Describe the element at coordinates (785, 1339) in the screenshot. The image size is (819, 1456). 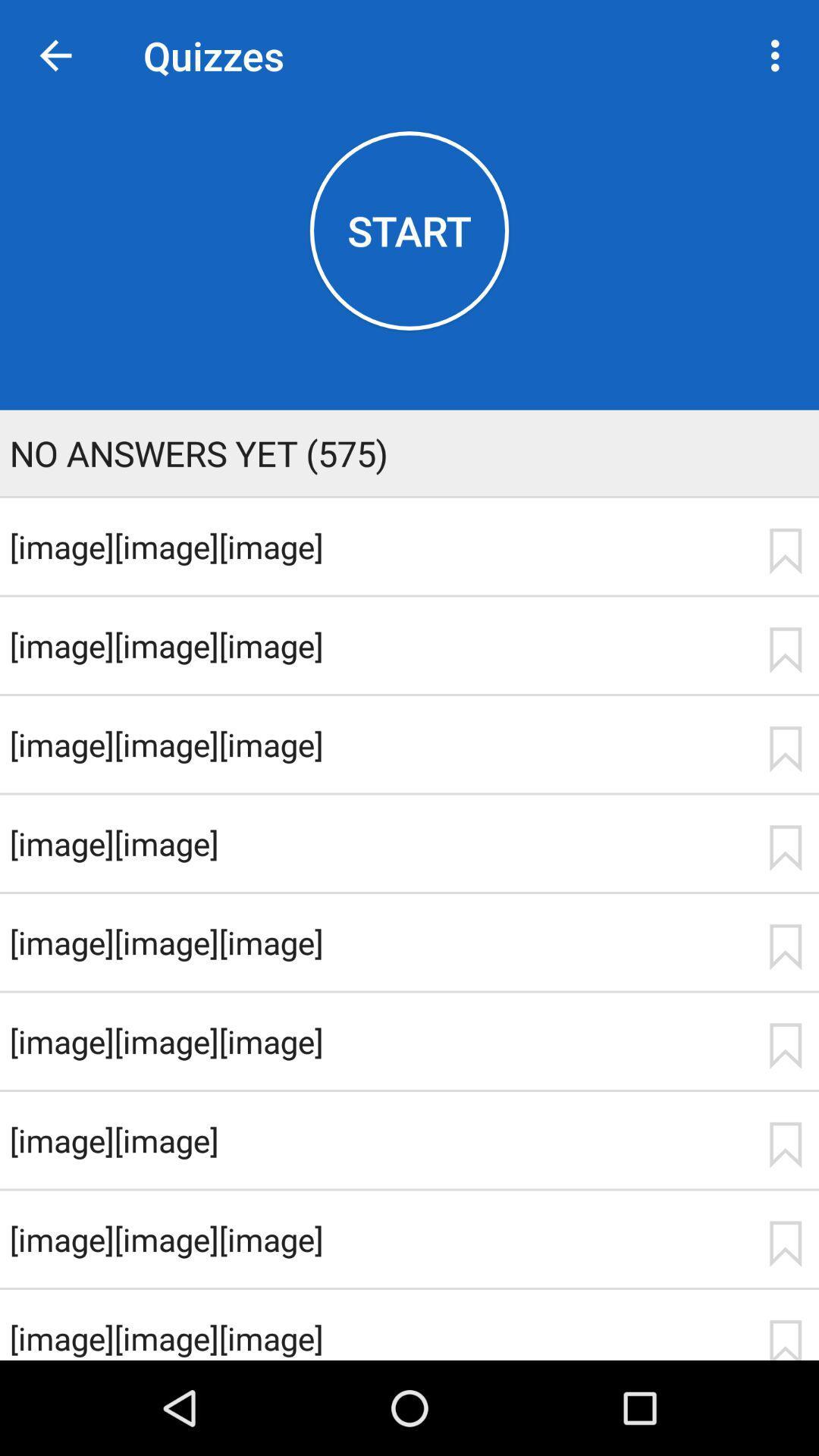
I see `item next to the [image][image][image] icon` at that location.